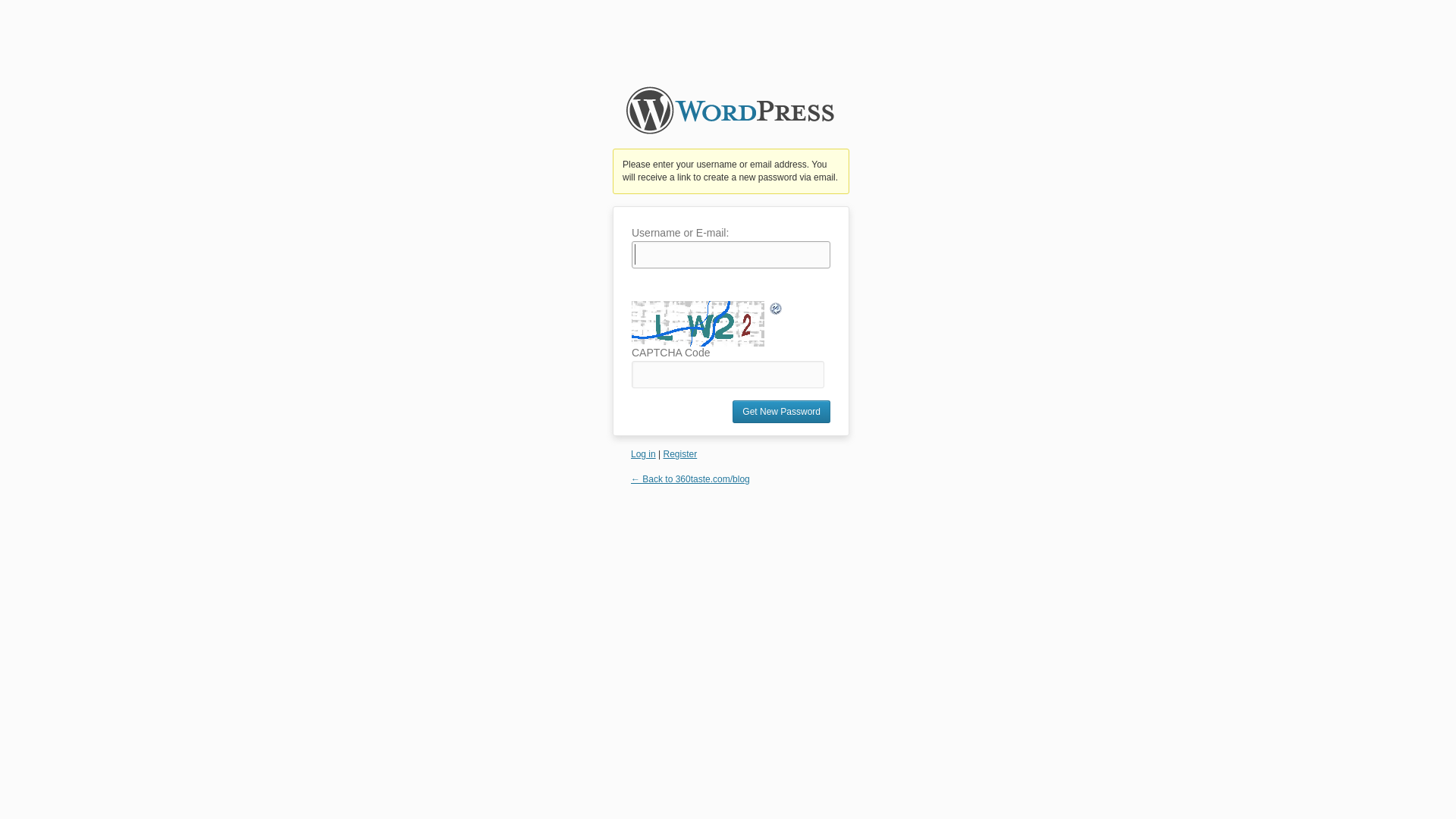 The image size is (1456, 819). Describe the element at coordinates (679, 453) in the screenshot. I see `'Register'` at that location.